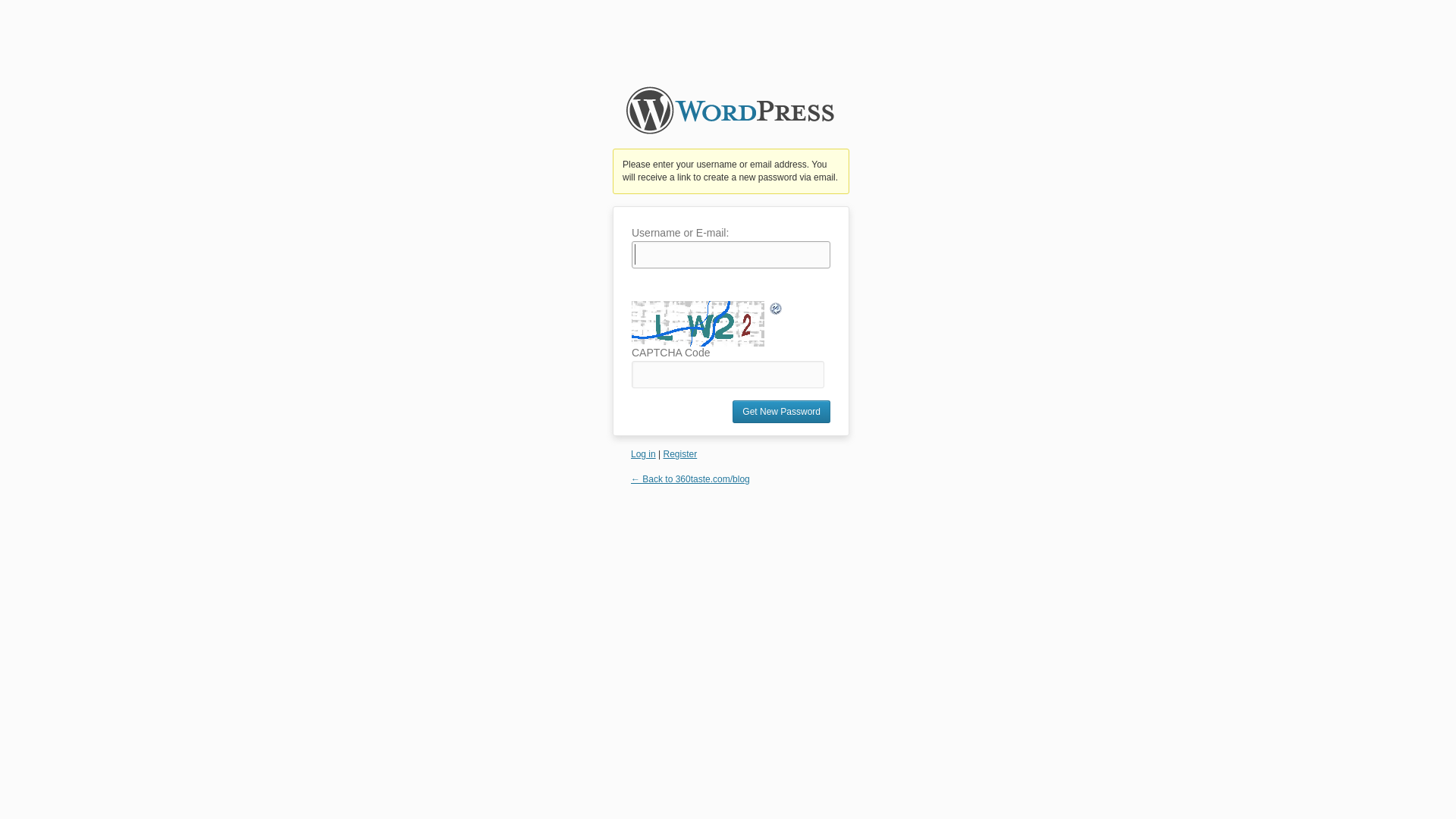 The image size is (1456, 819). Describe the element at coordinates (679, 453) in the screenshot. I see `'Register'` at that location.